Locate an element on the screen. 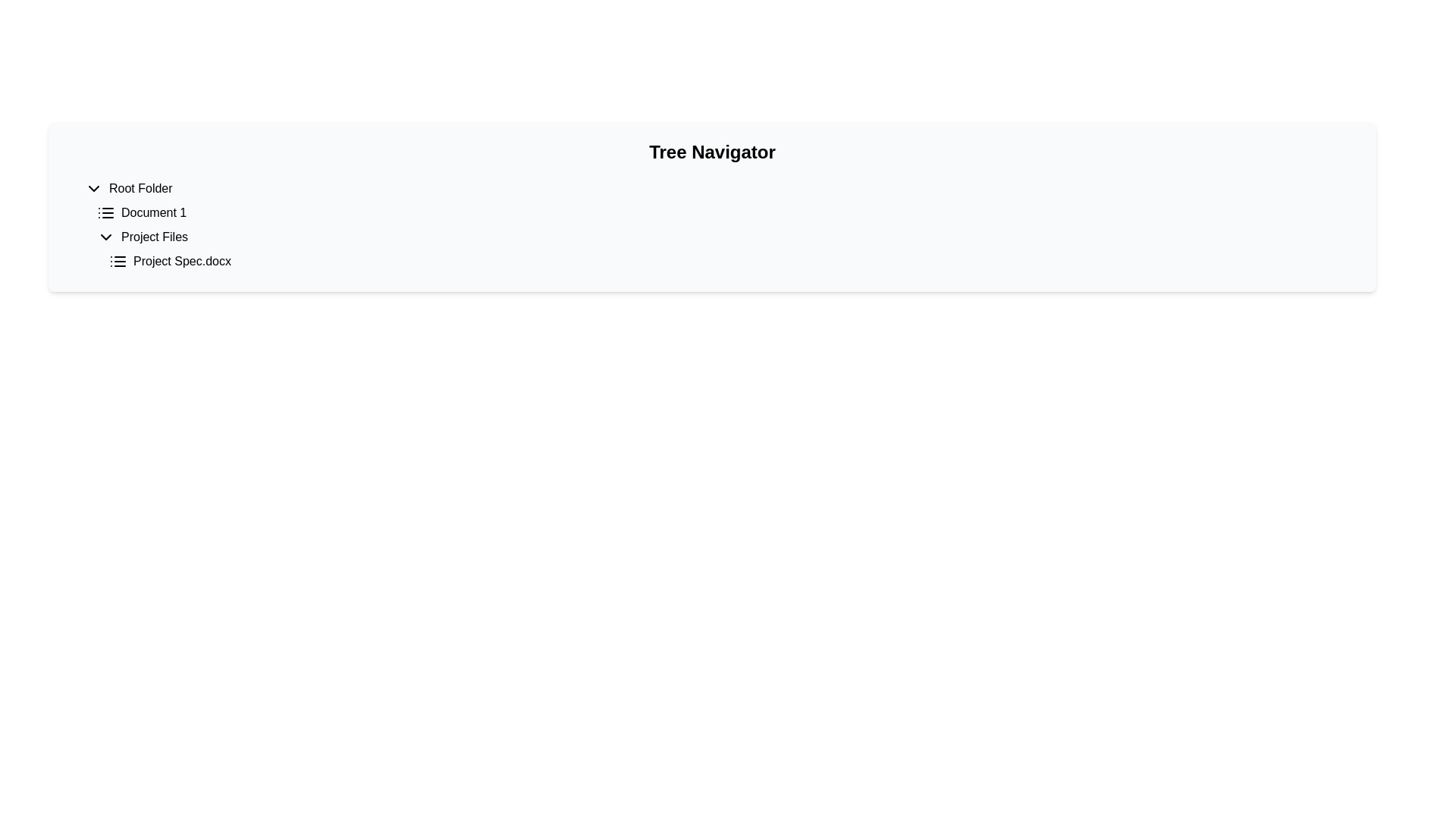 The image size is (1456, 819). the downward-pointing chevron icon is located at coordinates (93, 188).